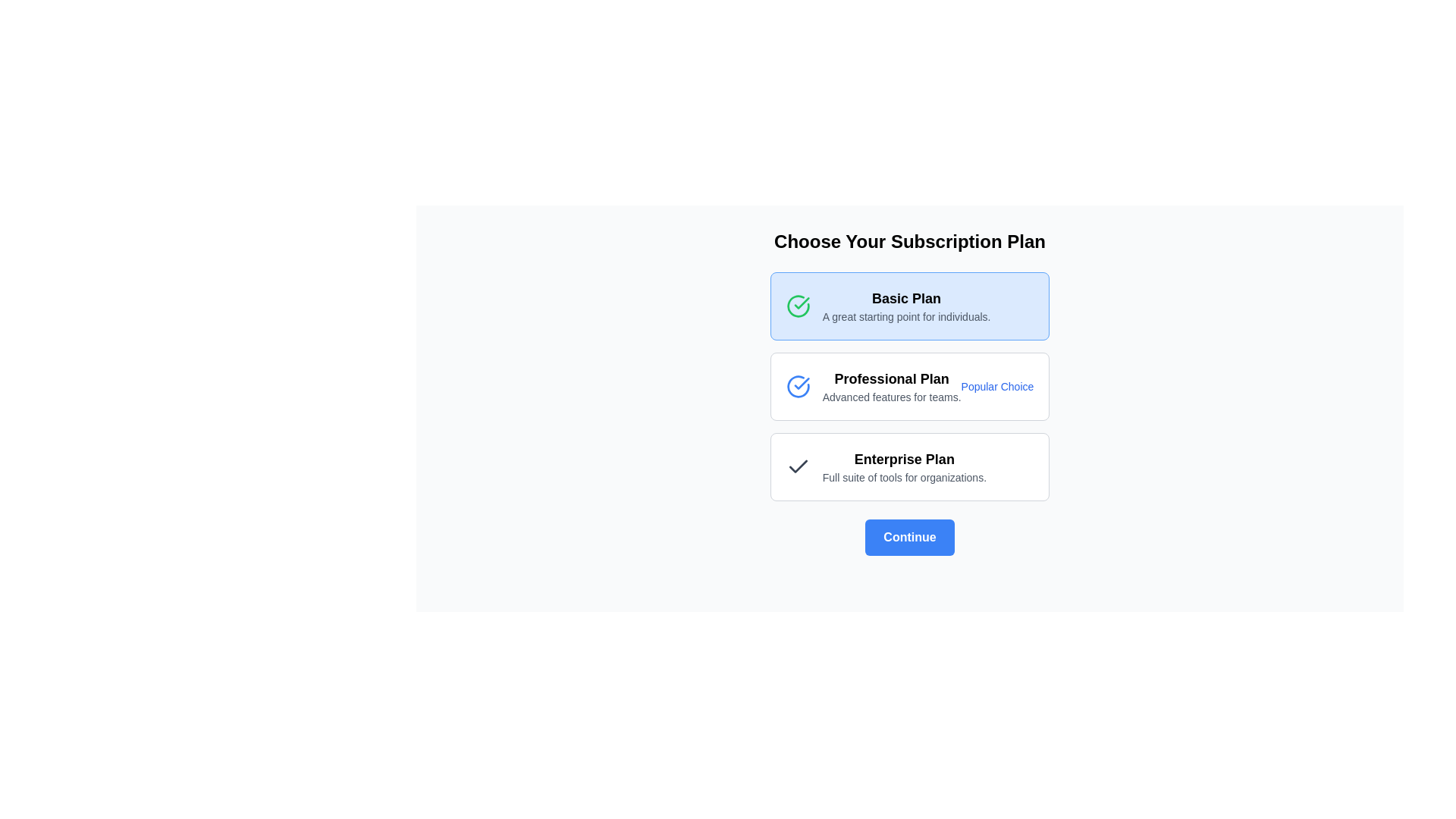 The width and height of the screenshot is (1456, 819). What do you see at coordinates (910, 306) in the screenshot?
I see `to select the 'Basic Plan' subscription option from the first card in the vertical selection list under 'Choose Your Subscription Plan'` at bounding box center [910, 306].